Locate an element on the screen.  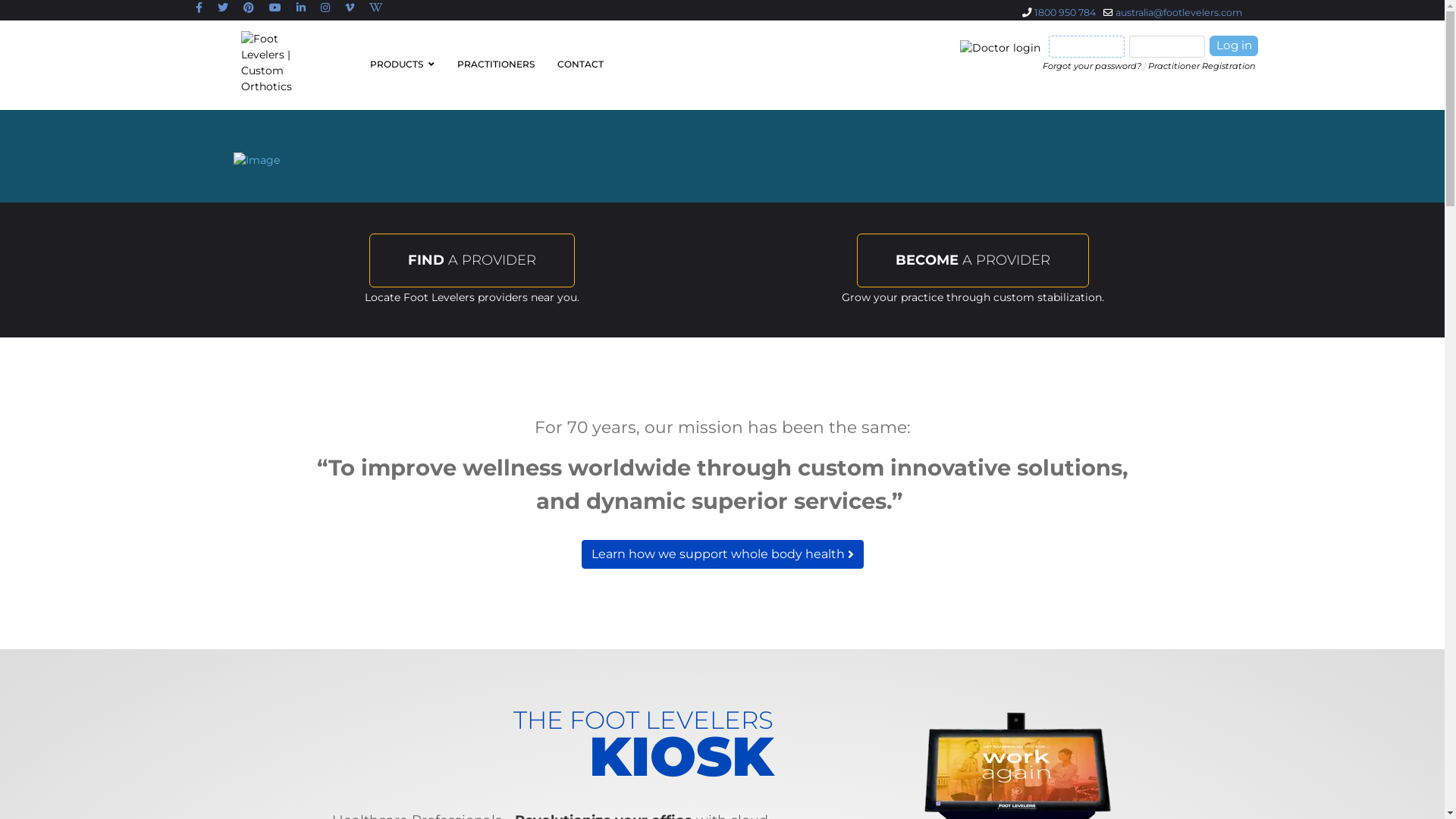
'Forgot your password?' is located at coordinates (1041, 65).